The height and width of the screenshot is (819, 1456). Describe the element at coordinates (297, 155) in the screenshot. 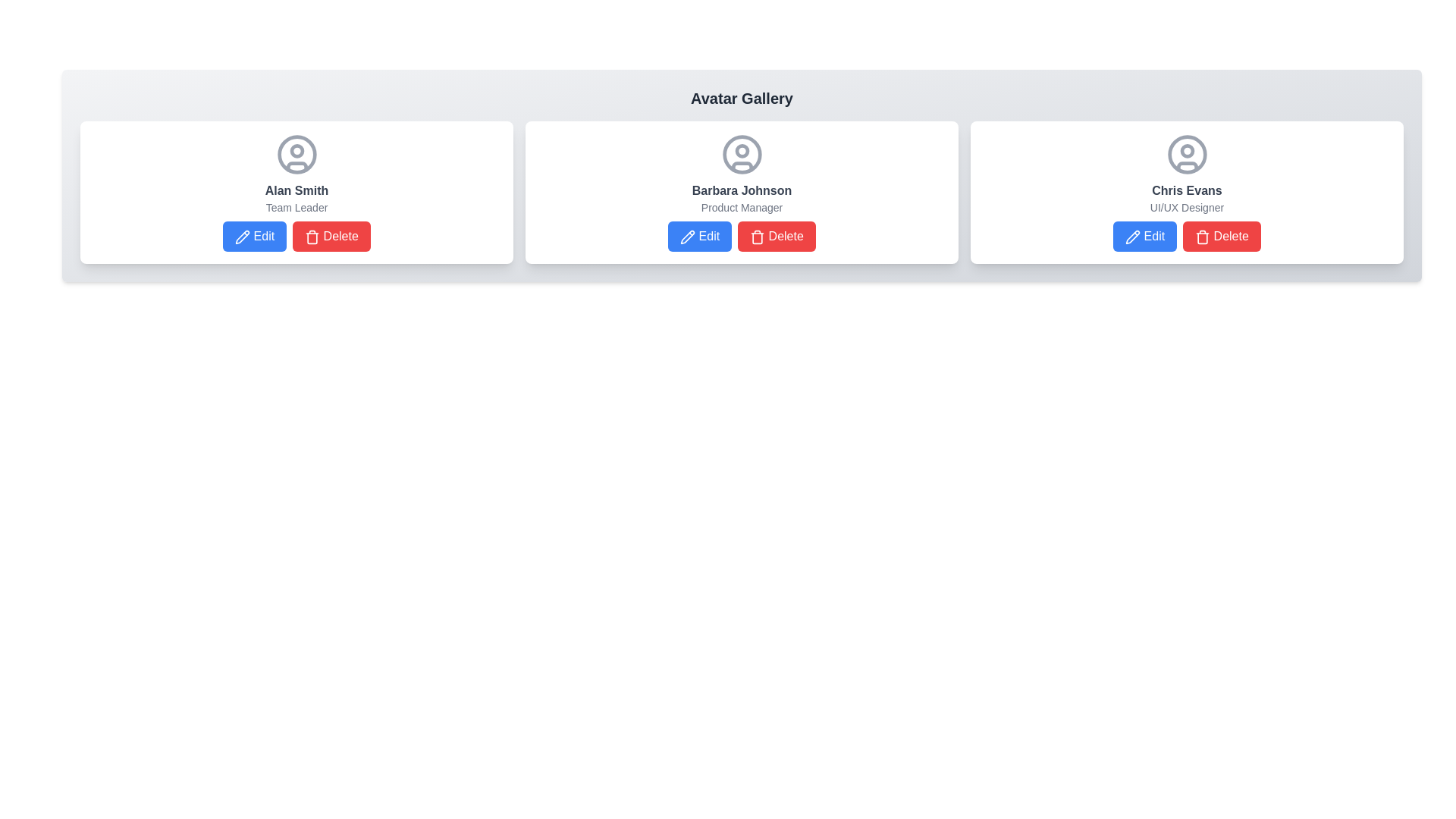

I see `the circular graphic element with a gray outline that is part of the avatar icon for user 'Alan Smith', located at the center upper portion of the card` at that location.